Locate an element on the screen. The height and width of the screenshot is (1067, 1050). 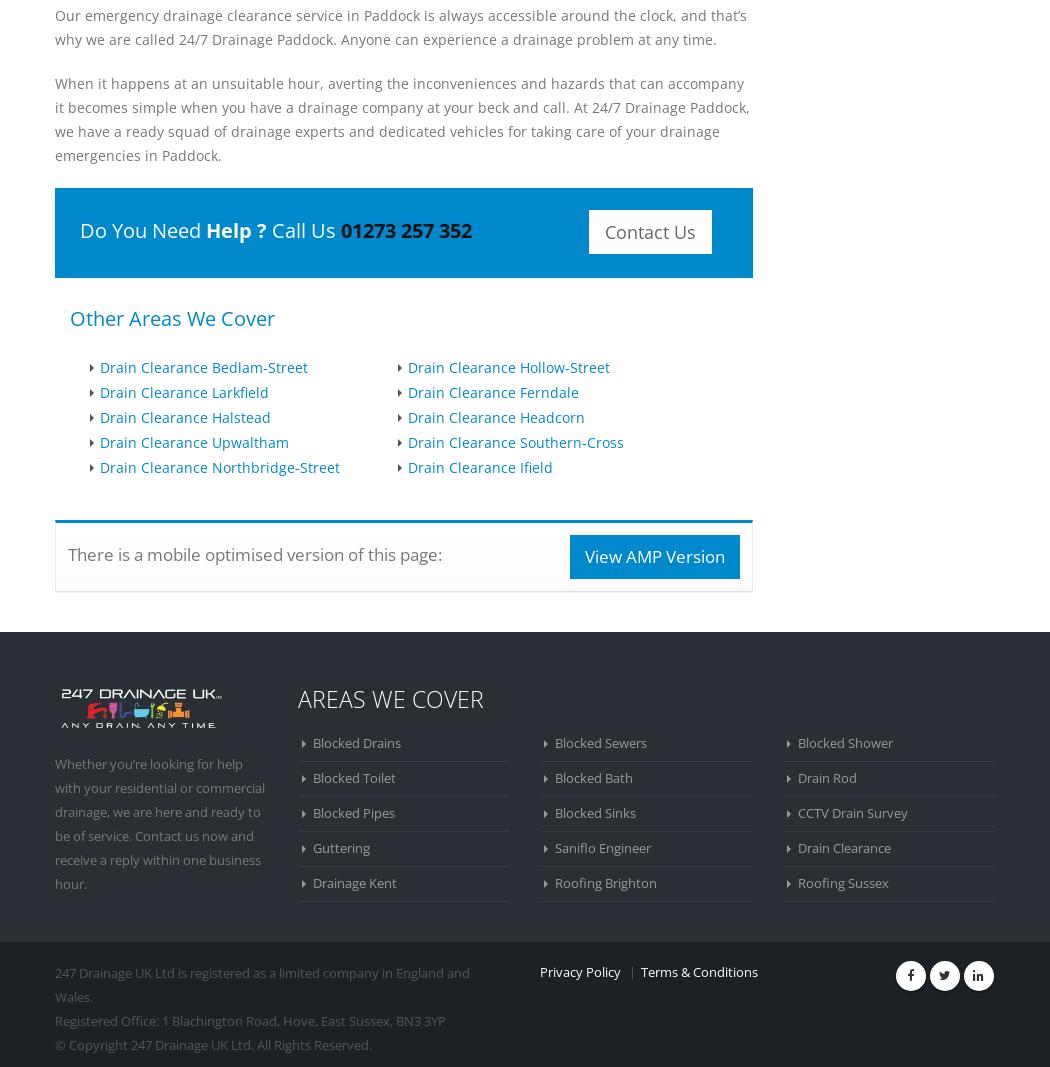
'CCTV Drain Survey' is located at coordinates (851, 812).